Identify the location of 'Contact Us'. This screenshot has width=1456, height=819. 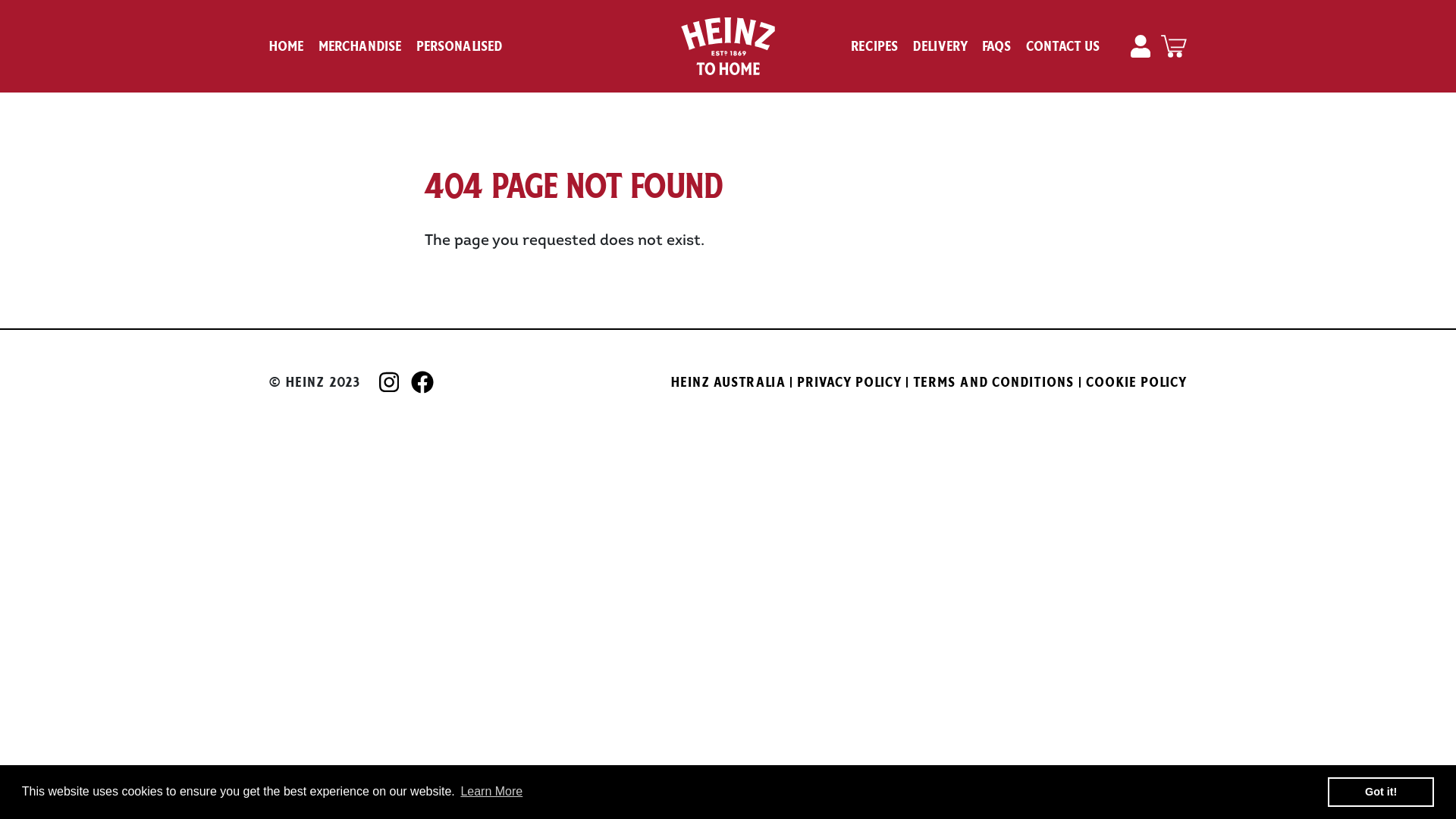
(1062, 45).